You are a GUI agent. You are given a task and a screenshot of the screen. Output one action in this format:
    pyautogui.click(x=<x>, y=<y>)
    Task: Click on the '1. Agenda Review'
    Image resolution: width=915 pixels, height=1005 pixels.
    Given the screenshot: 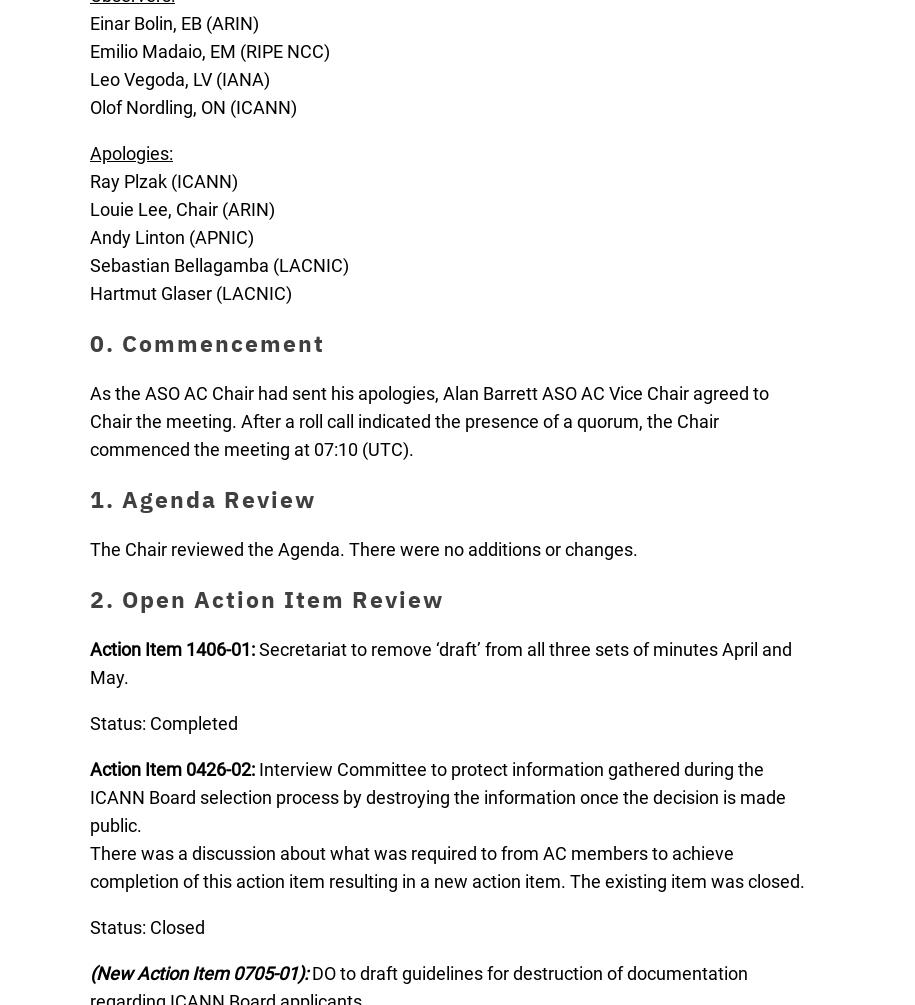 What is the action you would take?
    pyautogui.click(x=202, y=499)
    